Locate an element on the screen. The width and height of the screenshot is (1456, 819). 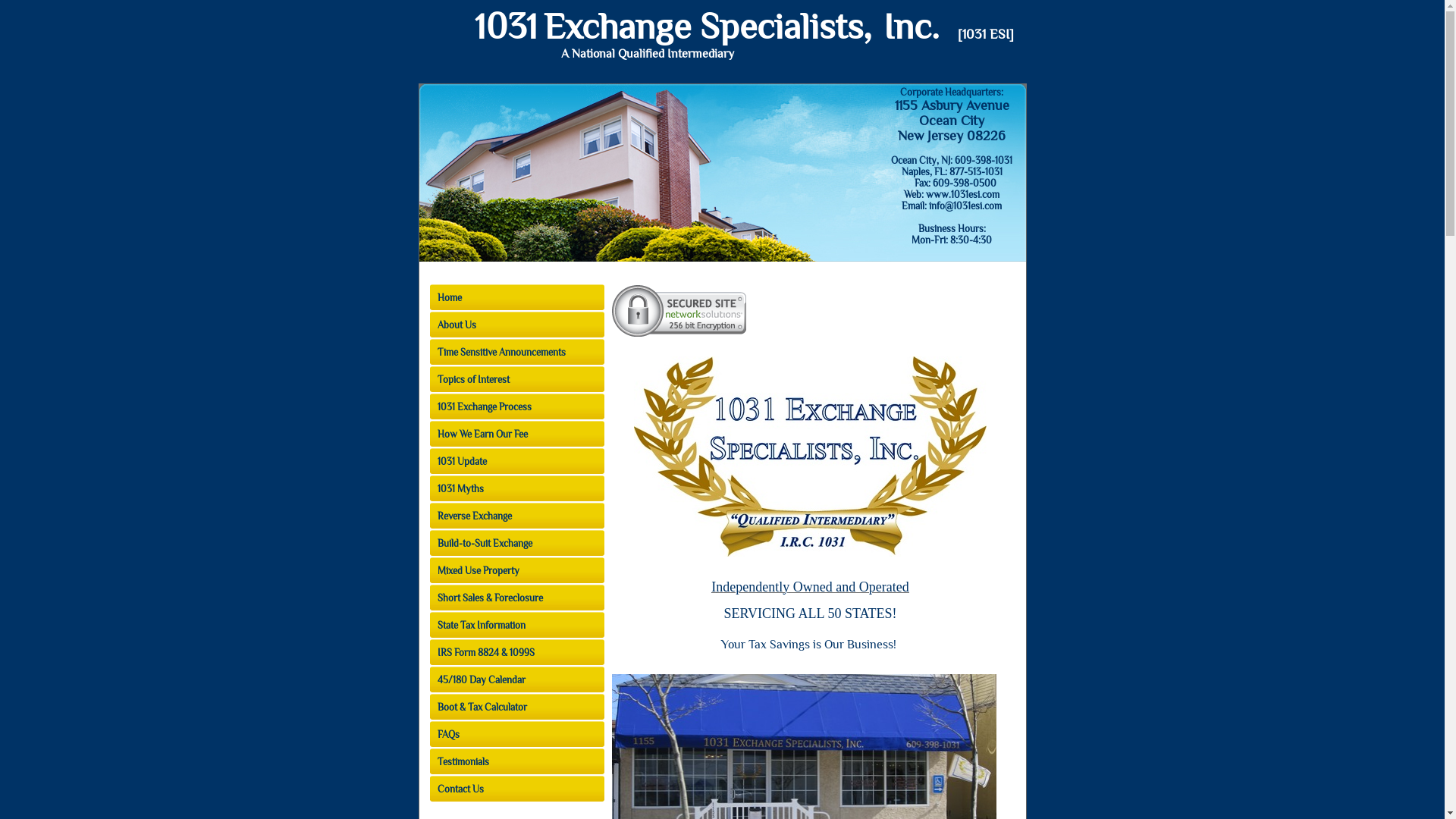
'Short Sales & Foreclosure' is located at coordinates (516, 597).